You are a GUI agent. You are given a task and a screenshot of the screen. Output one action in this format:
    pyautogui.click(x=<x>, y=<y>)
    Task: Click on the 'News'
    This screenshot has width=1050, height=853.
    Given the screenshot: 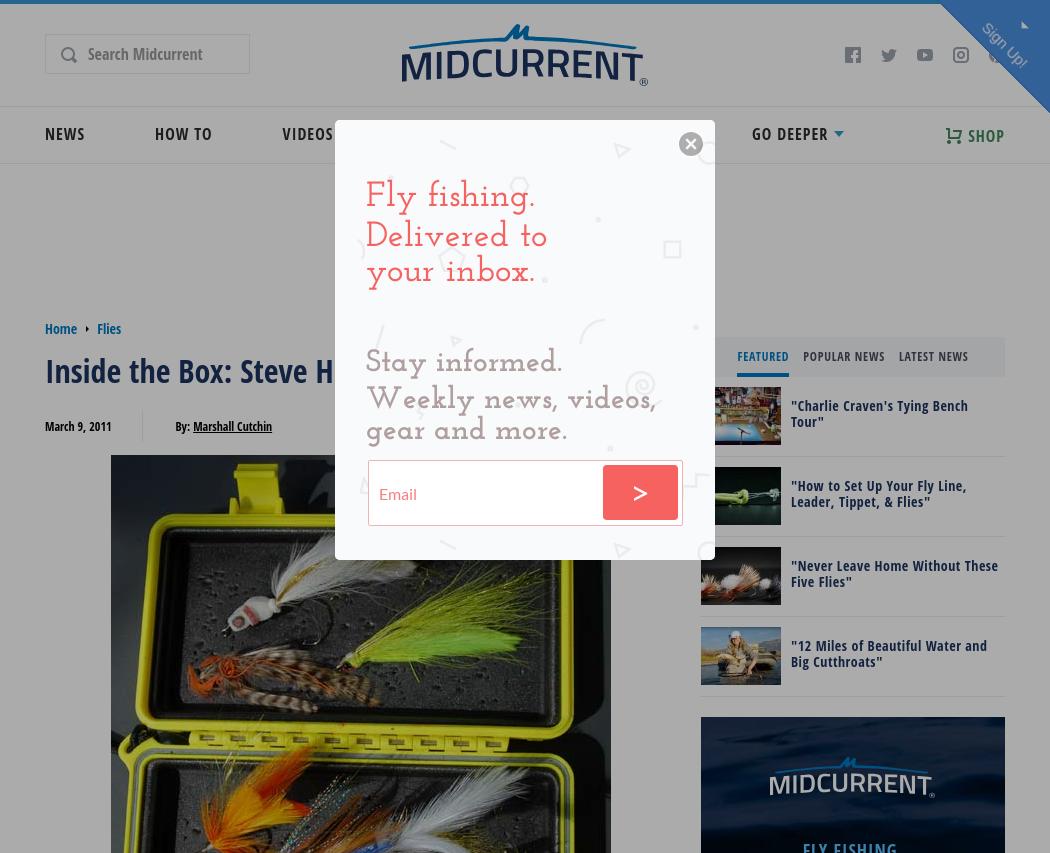 What is the action you would take?
    pyautogui.click(x=63, y=133)
    